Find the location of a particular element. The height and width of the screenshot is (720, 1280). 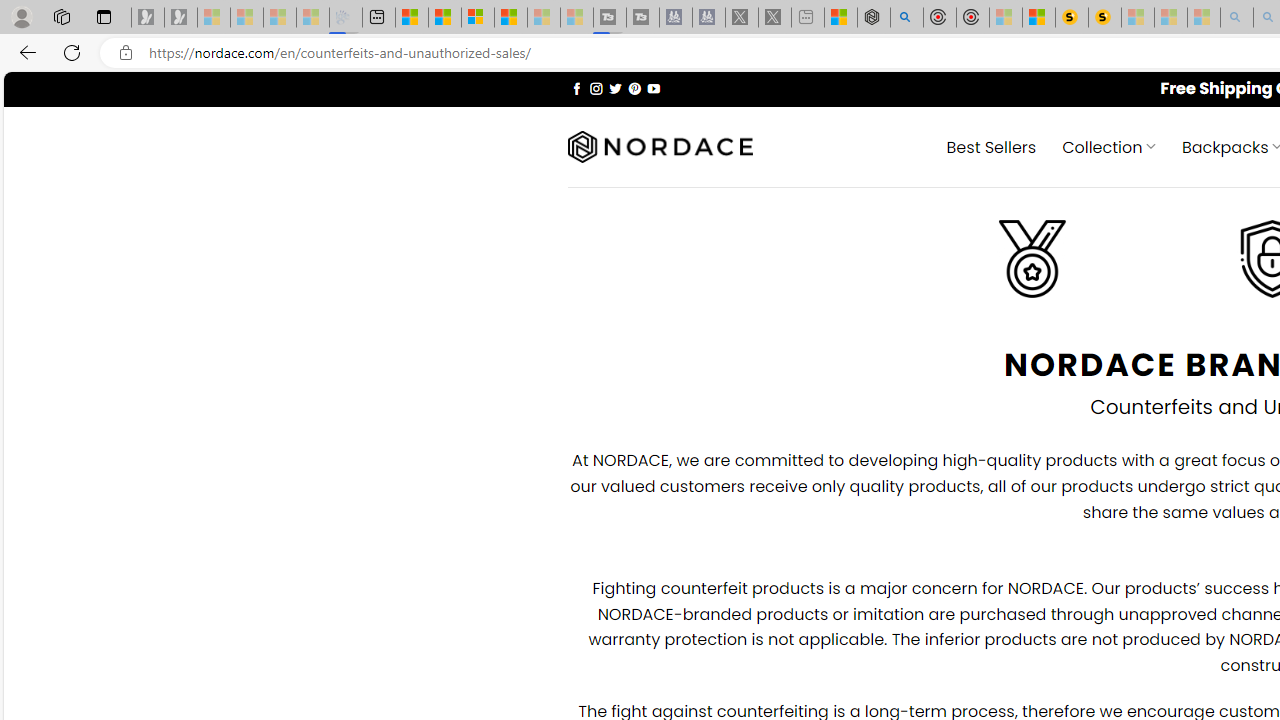

'Follow on YouTube' is located at coordinates (653, 87).